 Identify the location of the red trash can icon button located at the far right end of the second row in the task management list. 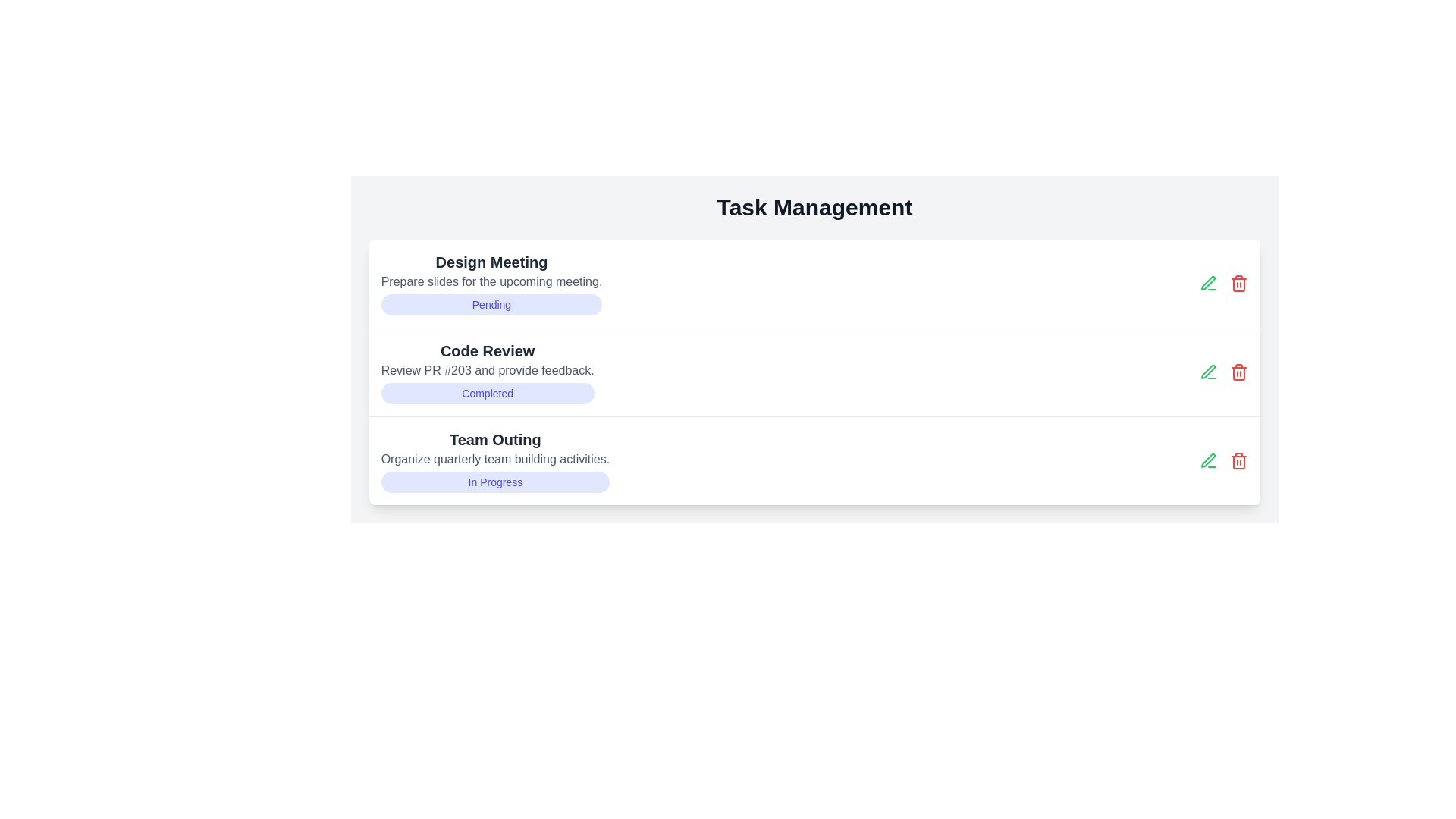
(1239, 284).